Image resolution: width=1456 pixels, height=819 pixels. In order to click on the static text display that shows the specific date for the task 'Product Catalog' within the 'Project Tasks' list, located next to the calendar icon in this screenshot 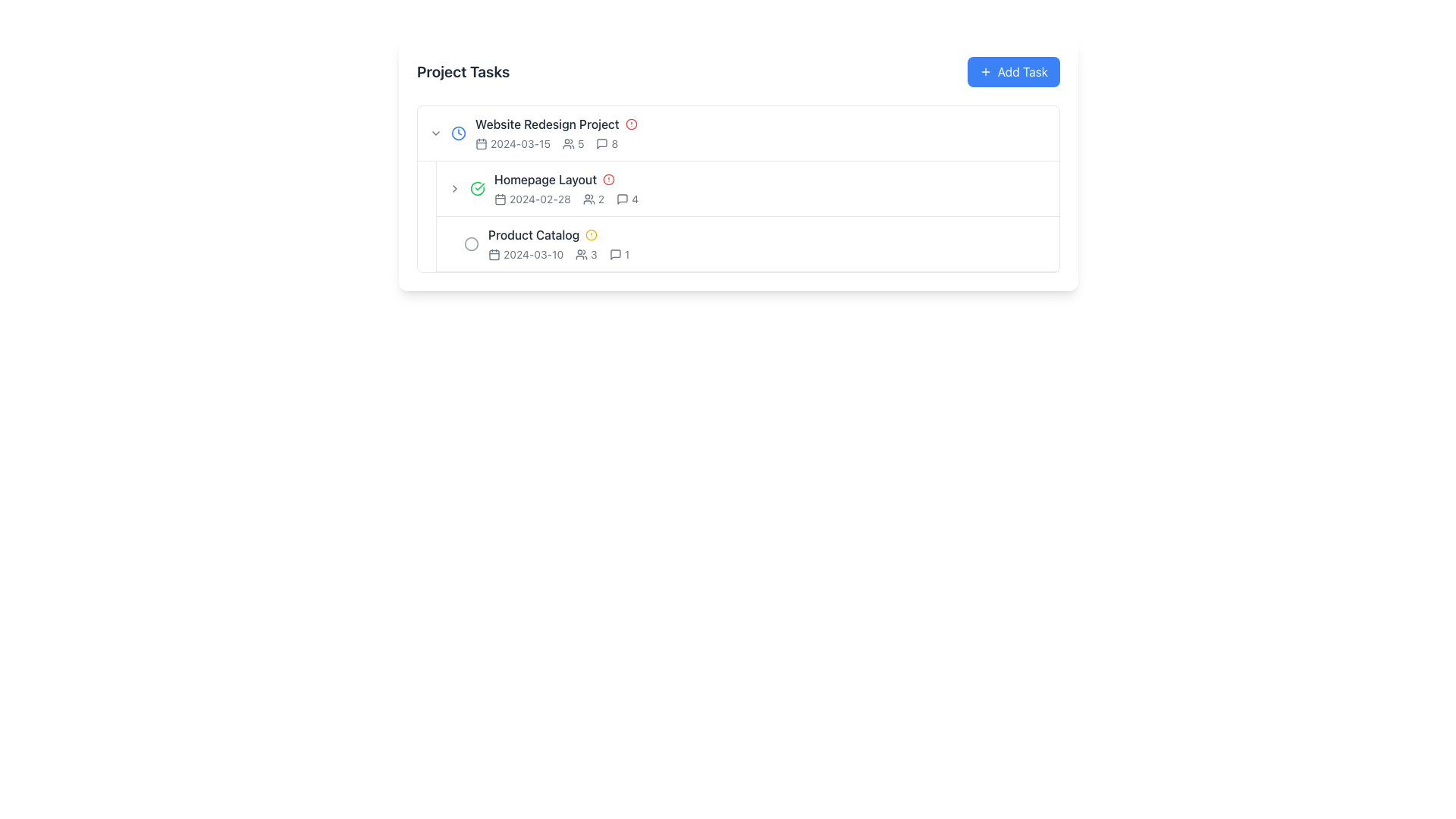, I will do `click(533, 253)`.